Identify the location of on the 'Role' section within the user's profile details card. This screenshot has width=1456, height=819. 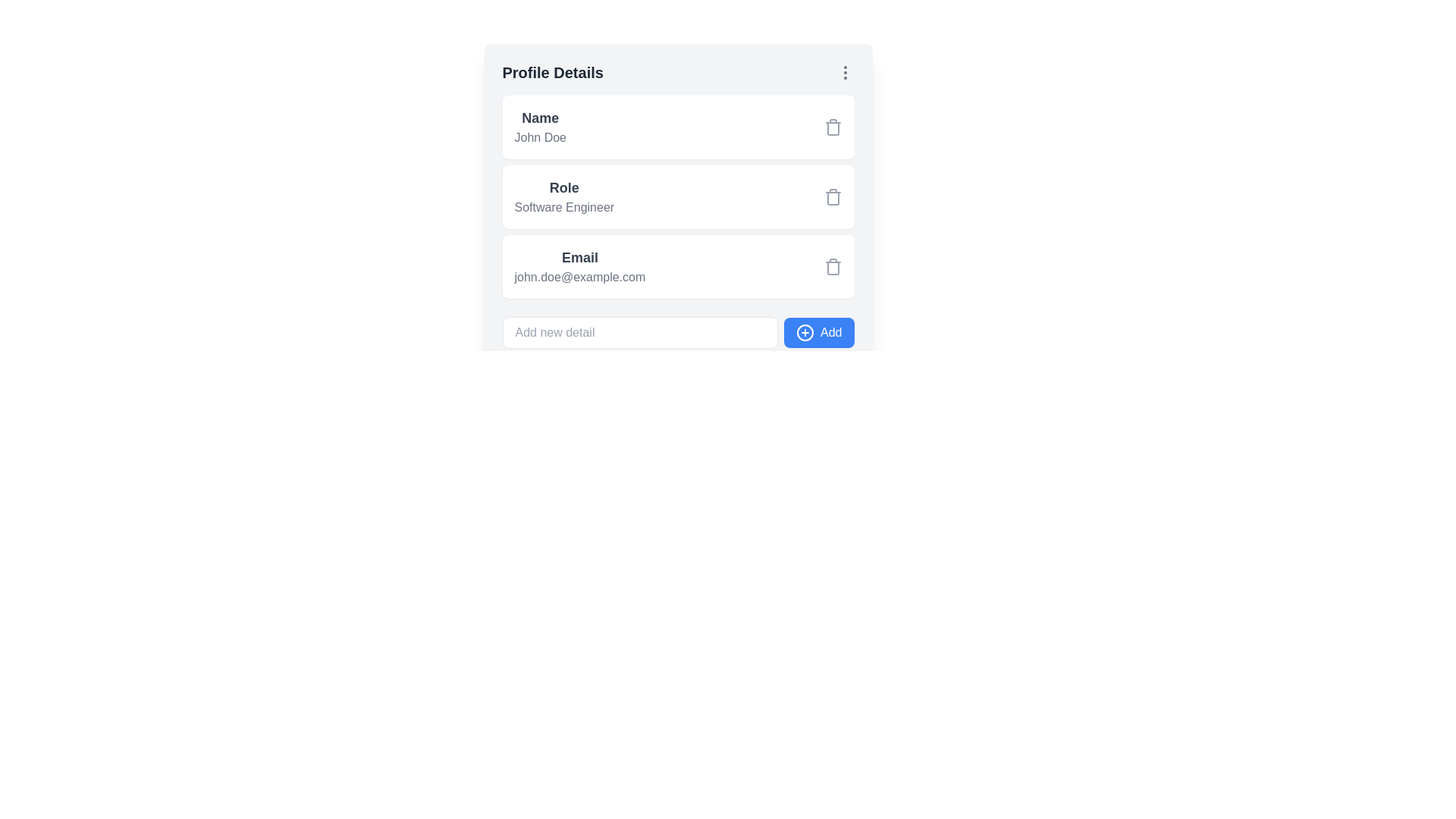
(677, 205).